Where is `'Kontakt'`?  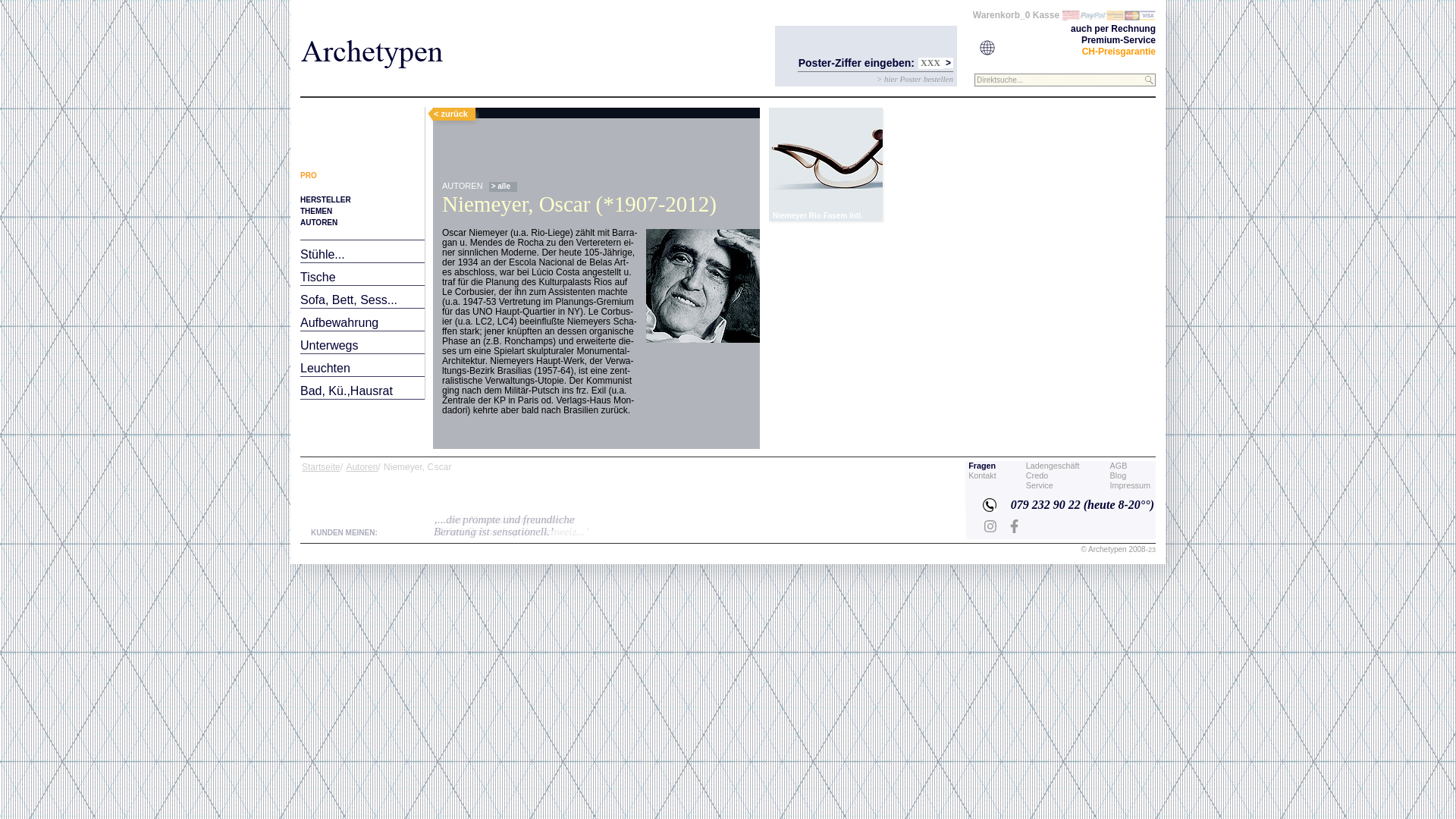
'Kontakt' is located at coordinates (967, 475).